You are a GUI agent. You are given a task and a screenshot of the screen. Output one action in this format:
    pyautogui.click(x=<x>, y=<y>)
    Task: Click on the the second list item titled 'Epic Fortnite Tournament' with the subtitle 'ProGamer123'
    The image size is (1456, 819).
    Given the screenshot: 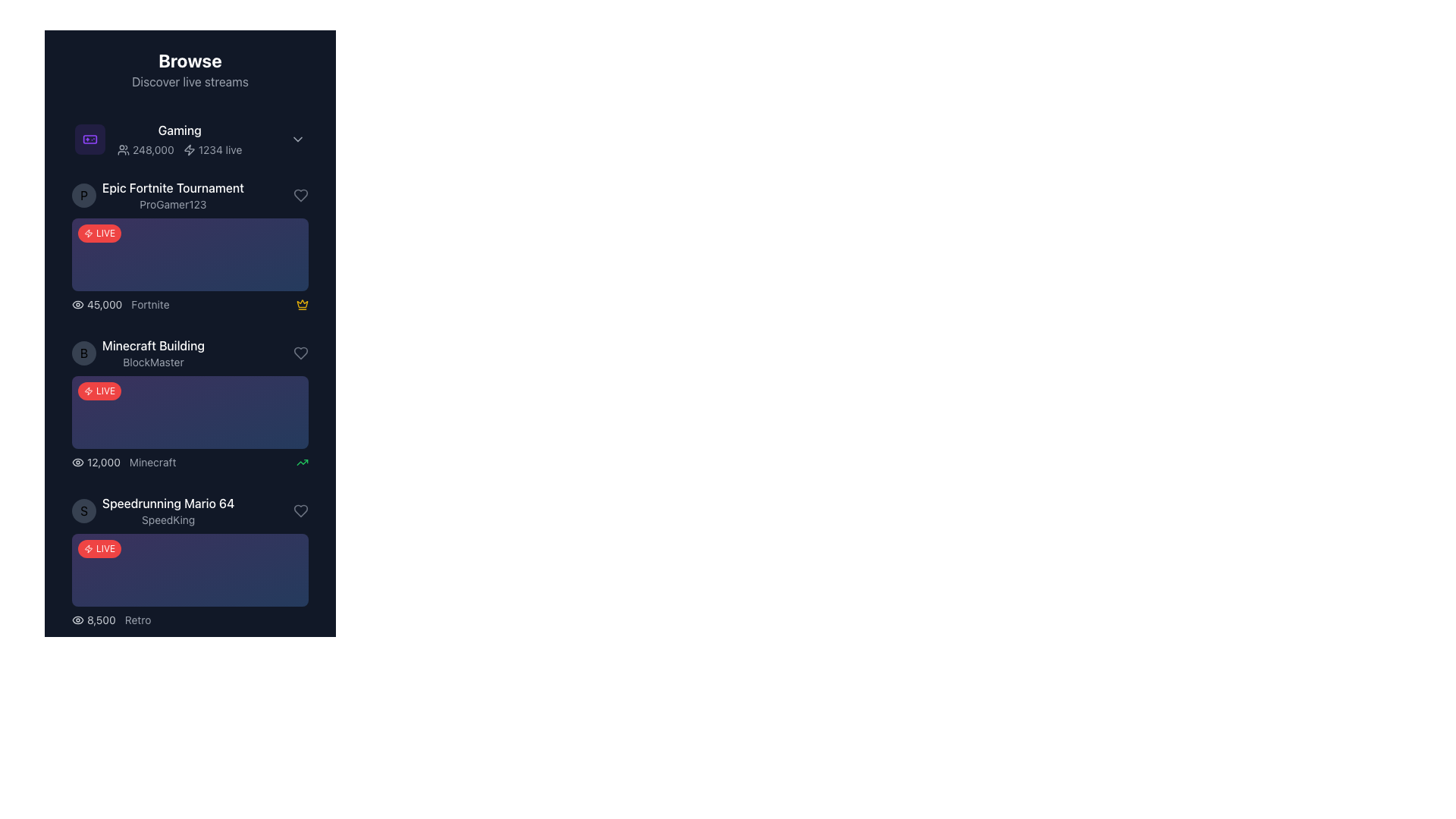 What is the action you would take?
    pyautogui.click(x=158, y=195)
    